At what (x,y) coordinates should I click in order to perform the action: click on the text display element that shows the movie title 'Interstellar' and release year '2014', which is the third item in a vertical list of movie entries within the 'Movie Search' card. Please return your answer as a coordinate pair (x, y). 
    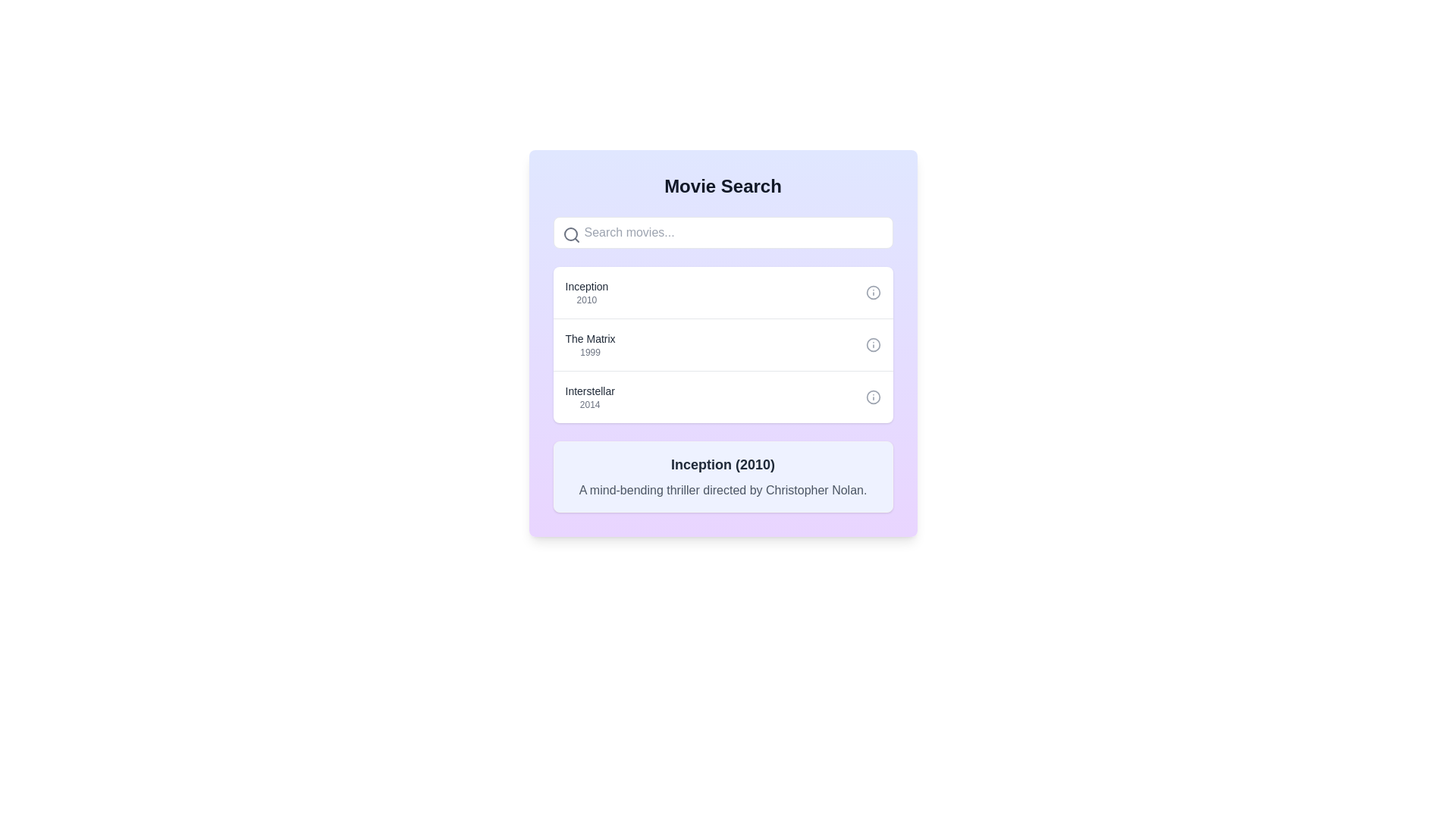
    Looking at the image, I should click on (589, 397).